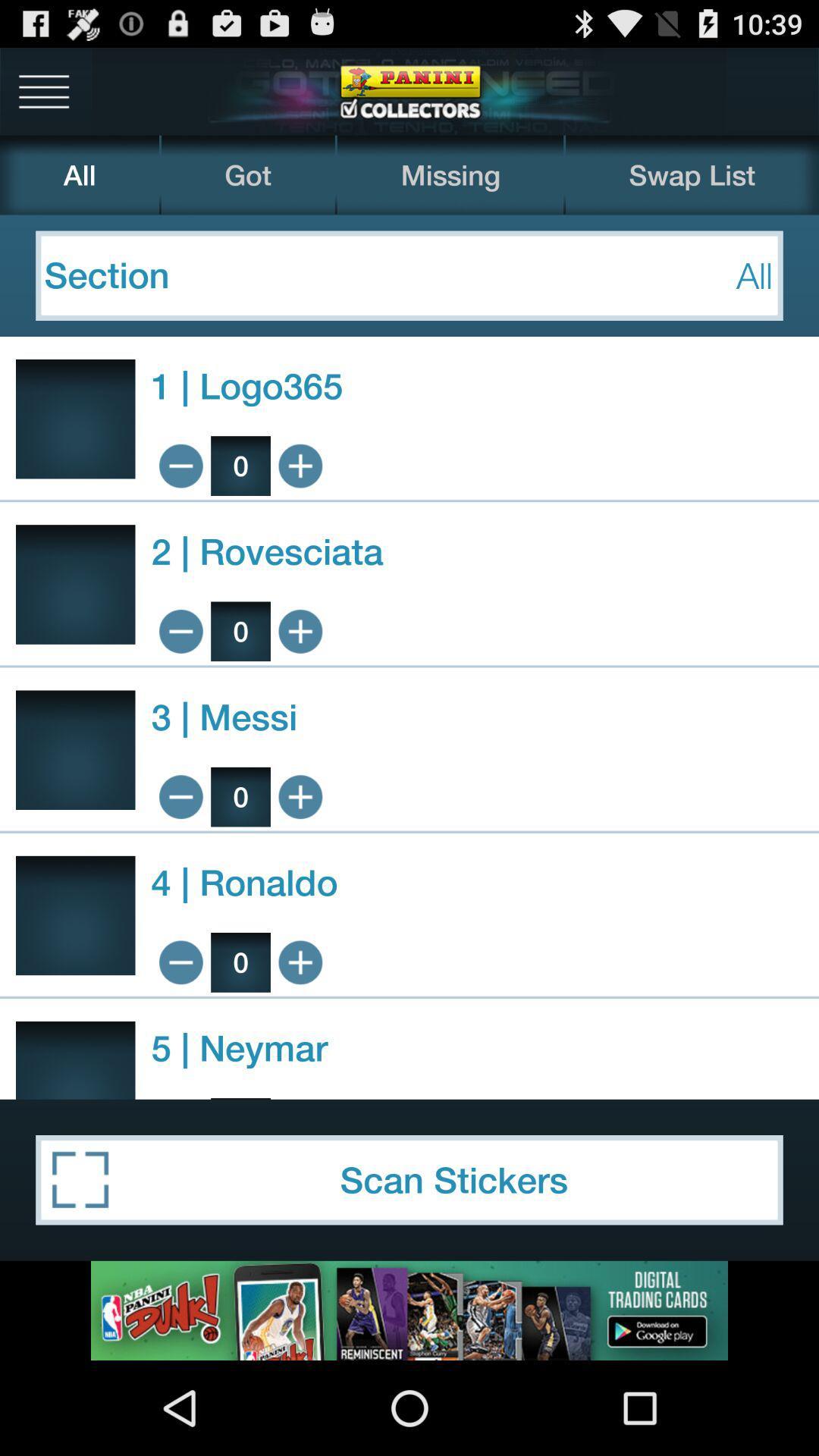  Describe the element at coordinates (300, 962) in the screenshot. I see `one` at that location.